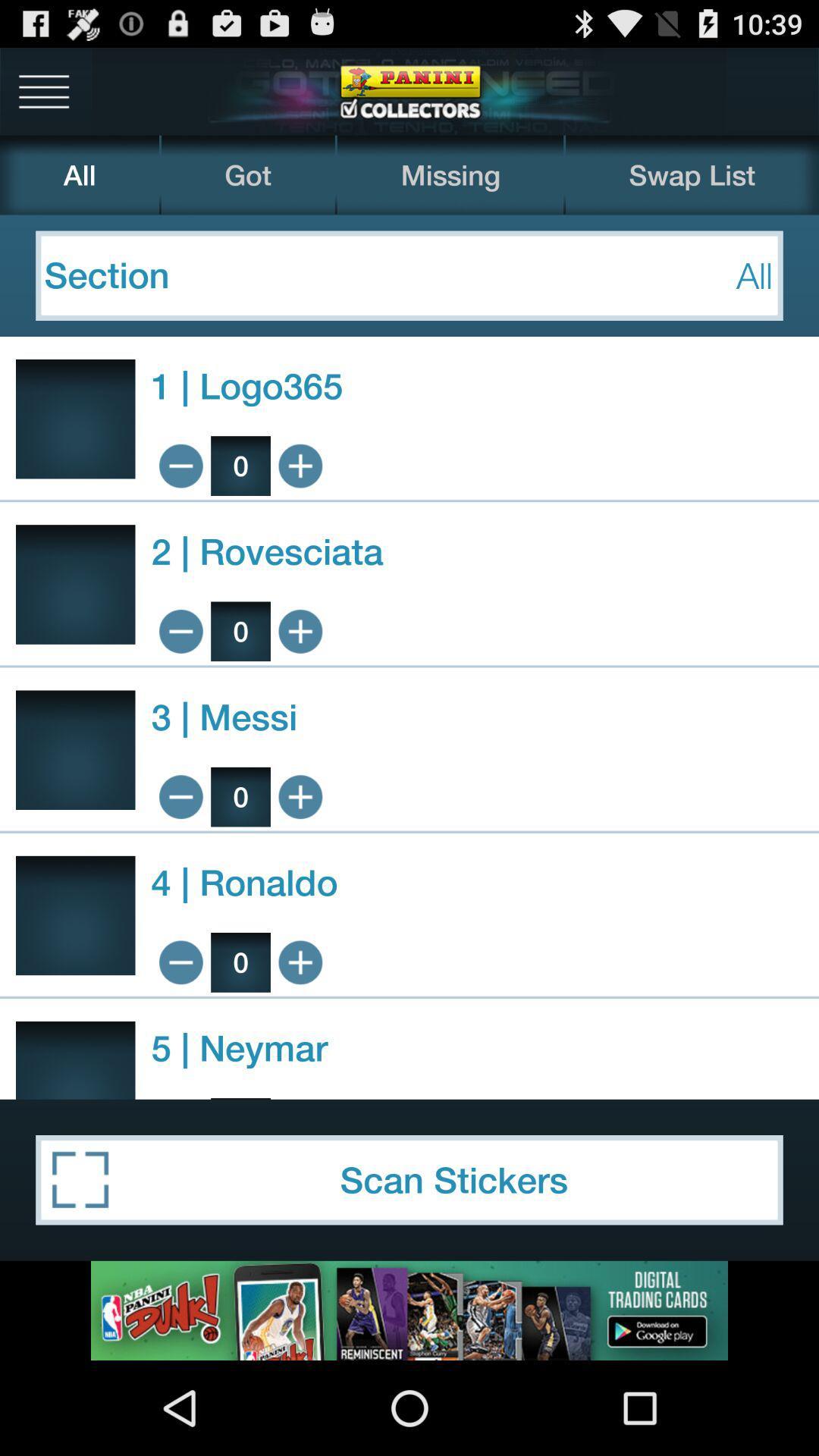  Describe the element at coordinates (300, 962) in the screenshot. I see `one` at that location.